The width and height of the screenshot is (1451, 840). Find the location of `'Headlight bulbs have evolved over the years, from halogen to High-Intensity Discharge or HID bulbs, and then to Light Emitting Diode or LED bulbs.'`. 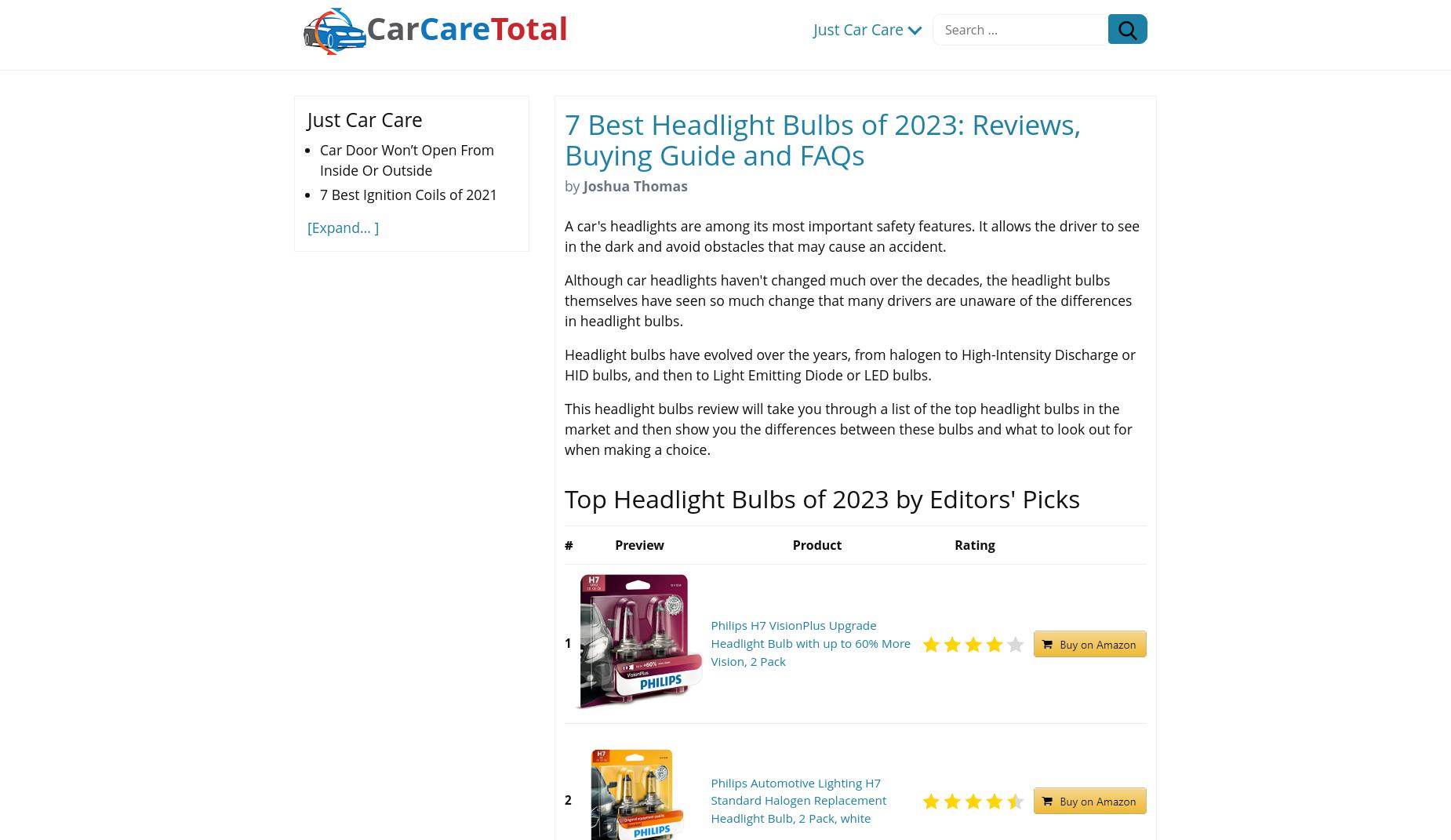

'Headlight bulbs have evolved over the years, from halogen to High-Intensity Discharge or HID bulbs, and then to Light Emitting Diode or LED bulbs.' is located at coordinates (565, 363).